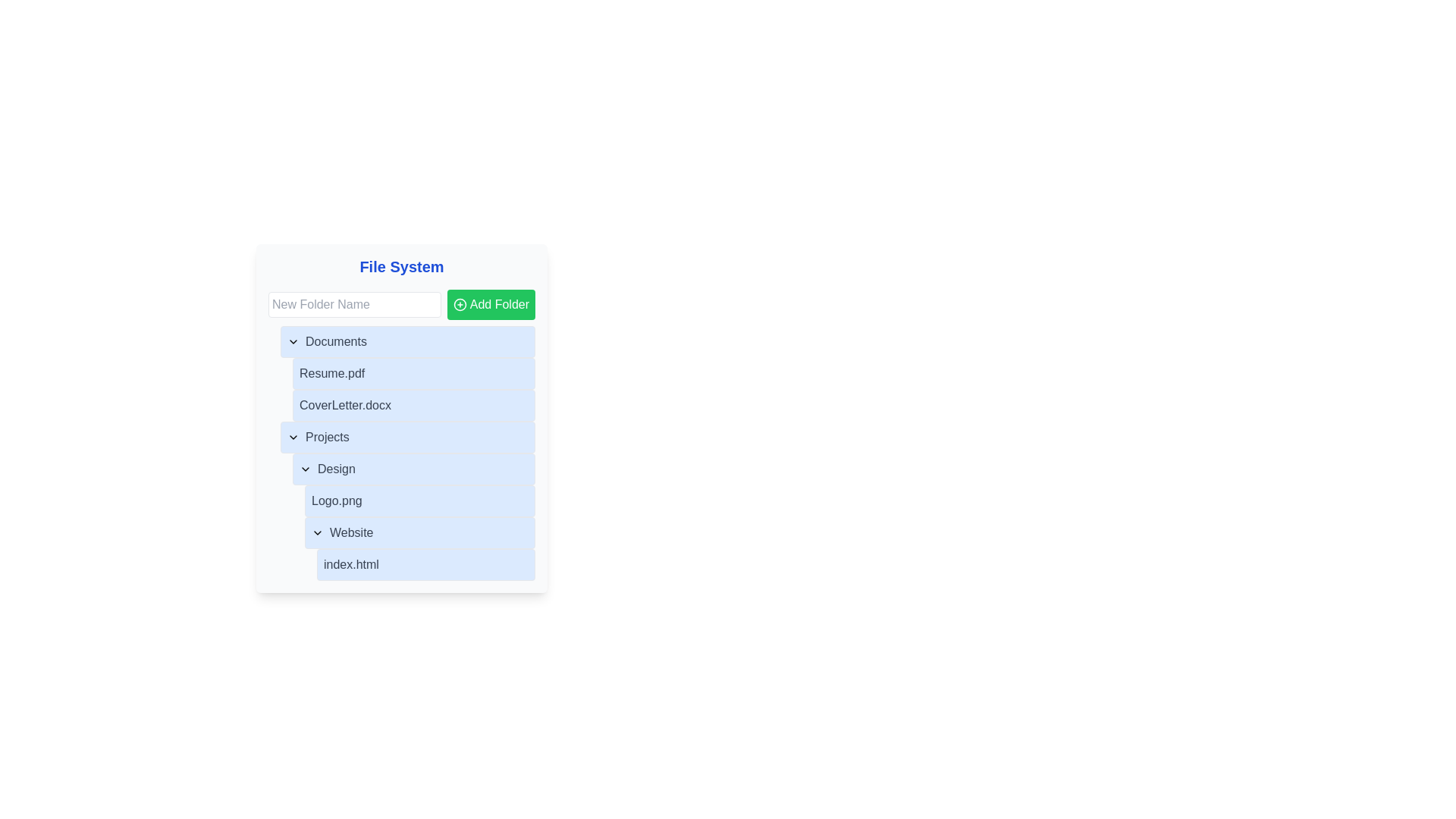 This screenshot has width=1456, height=819. Describe the element at coordinates (296, 342) in the screenshot. I see `the downward-pointing chevron icon located to the left of the 'Documents' text in the file browser` at that location.